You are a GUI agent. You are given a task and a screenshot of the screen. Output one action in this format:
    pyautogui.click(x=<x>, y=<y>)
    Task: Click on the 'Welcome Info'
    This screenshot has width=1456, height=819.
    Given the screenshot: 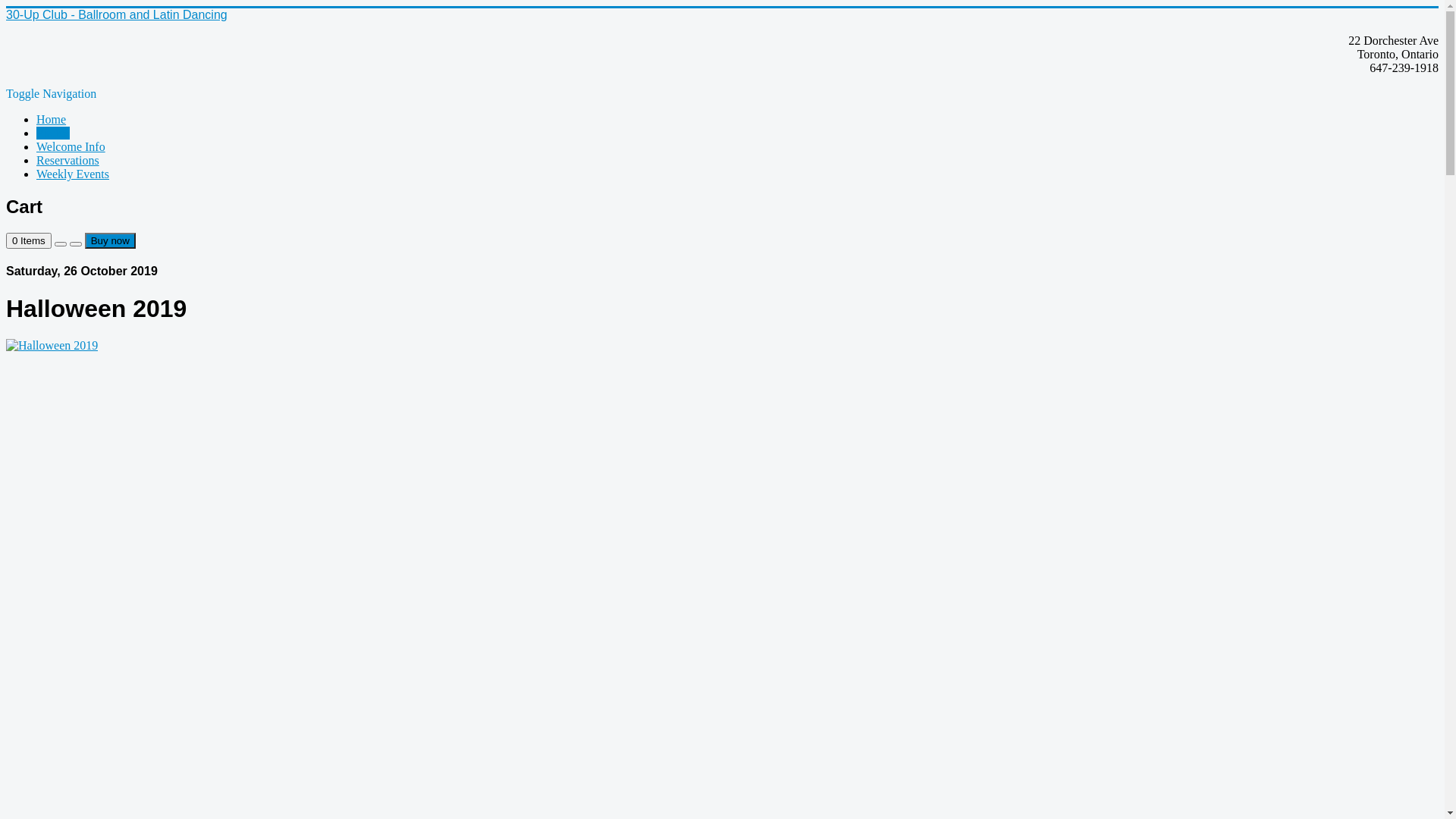 What is the action you would take?
    pyautogui.click(x=70, y=146)
    